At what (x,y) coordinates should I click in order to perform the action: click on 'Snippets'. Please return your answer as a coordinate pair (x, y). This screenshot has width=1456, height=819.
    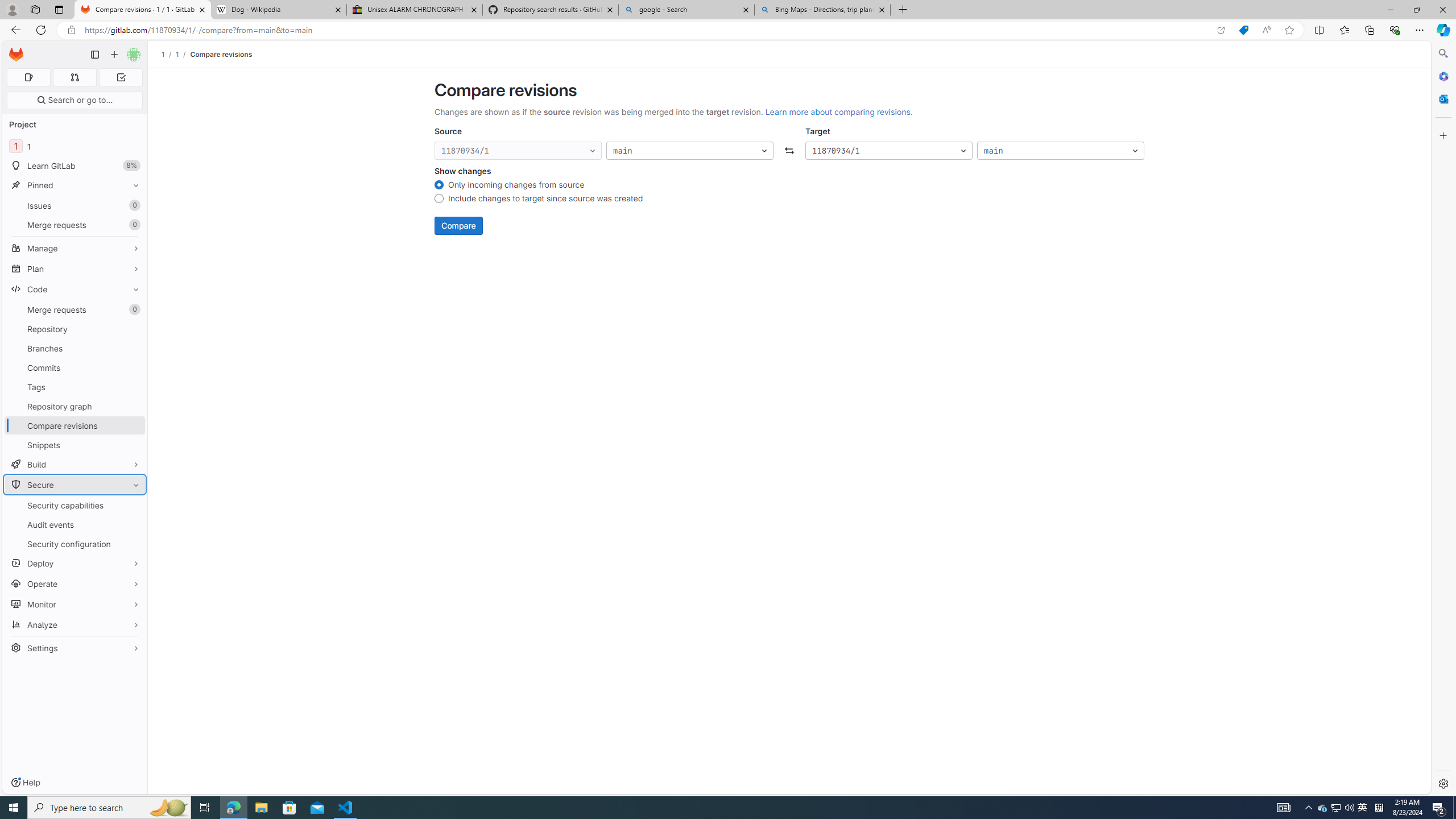
    Looking at the image, I should click on (74, 444).